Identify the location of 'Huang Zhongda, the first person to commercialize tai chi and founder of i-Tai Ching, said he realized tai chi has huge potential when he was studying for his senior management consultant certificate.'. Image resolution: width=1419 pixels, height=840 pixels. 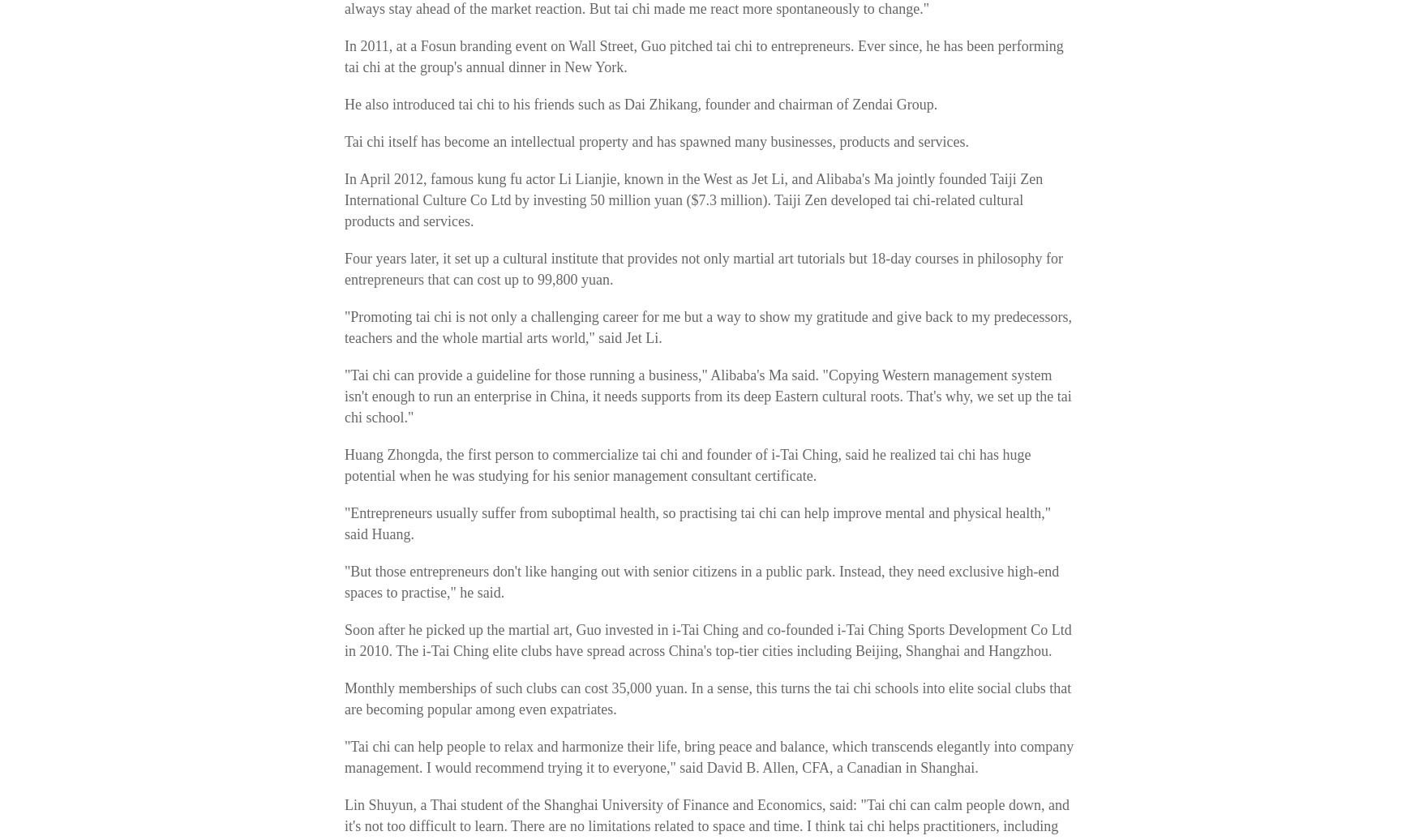
(344, 465).